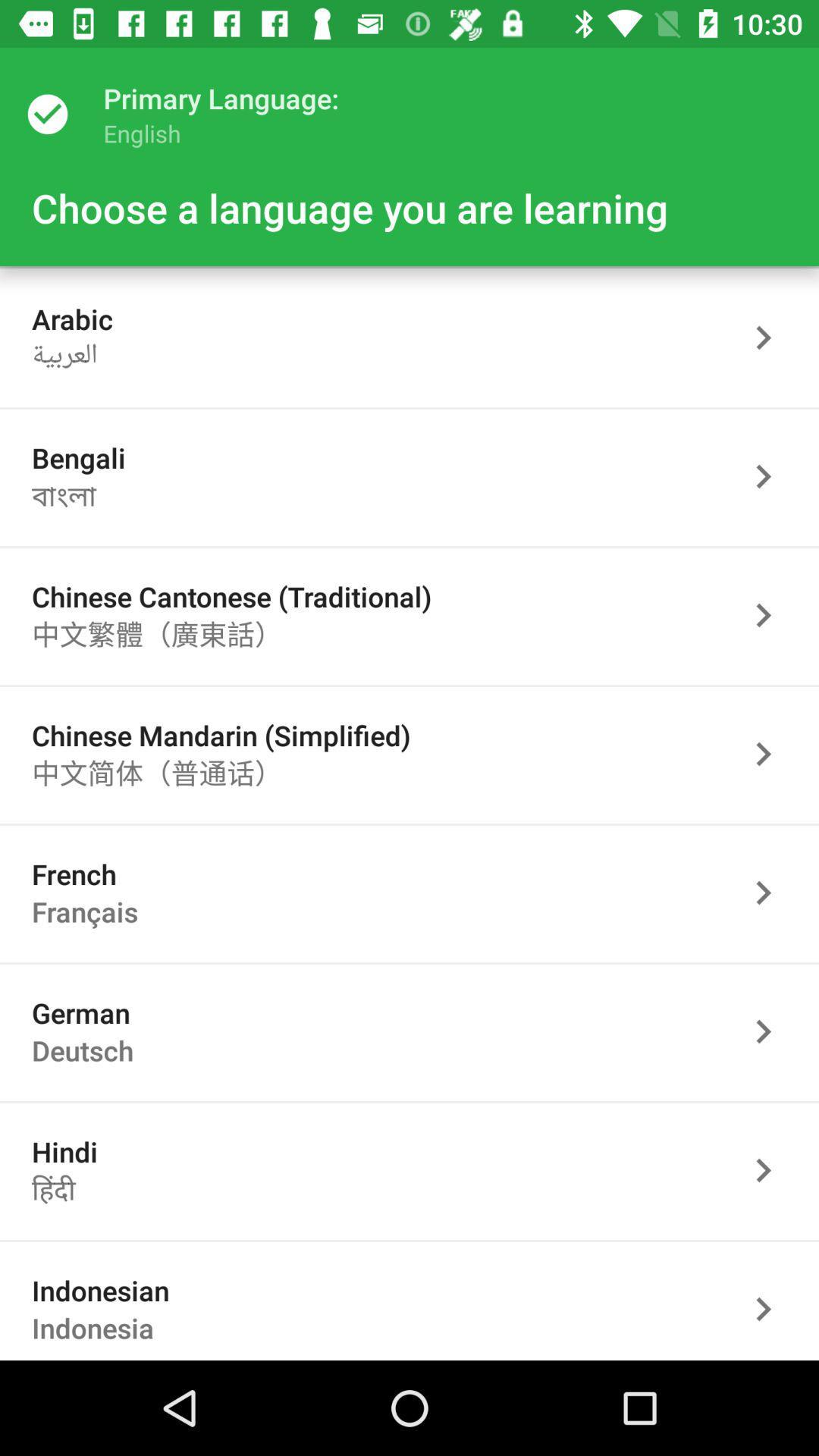  Describe the element at coordinates (771, 475) in the screenshot. I see `language` at that location.